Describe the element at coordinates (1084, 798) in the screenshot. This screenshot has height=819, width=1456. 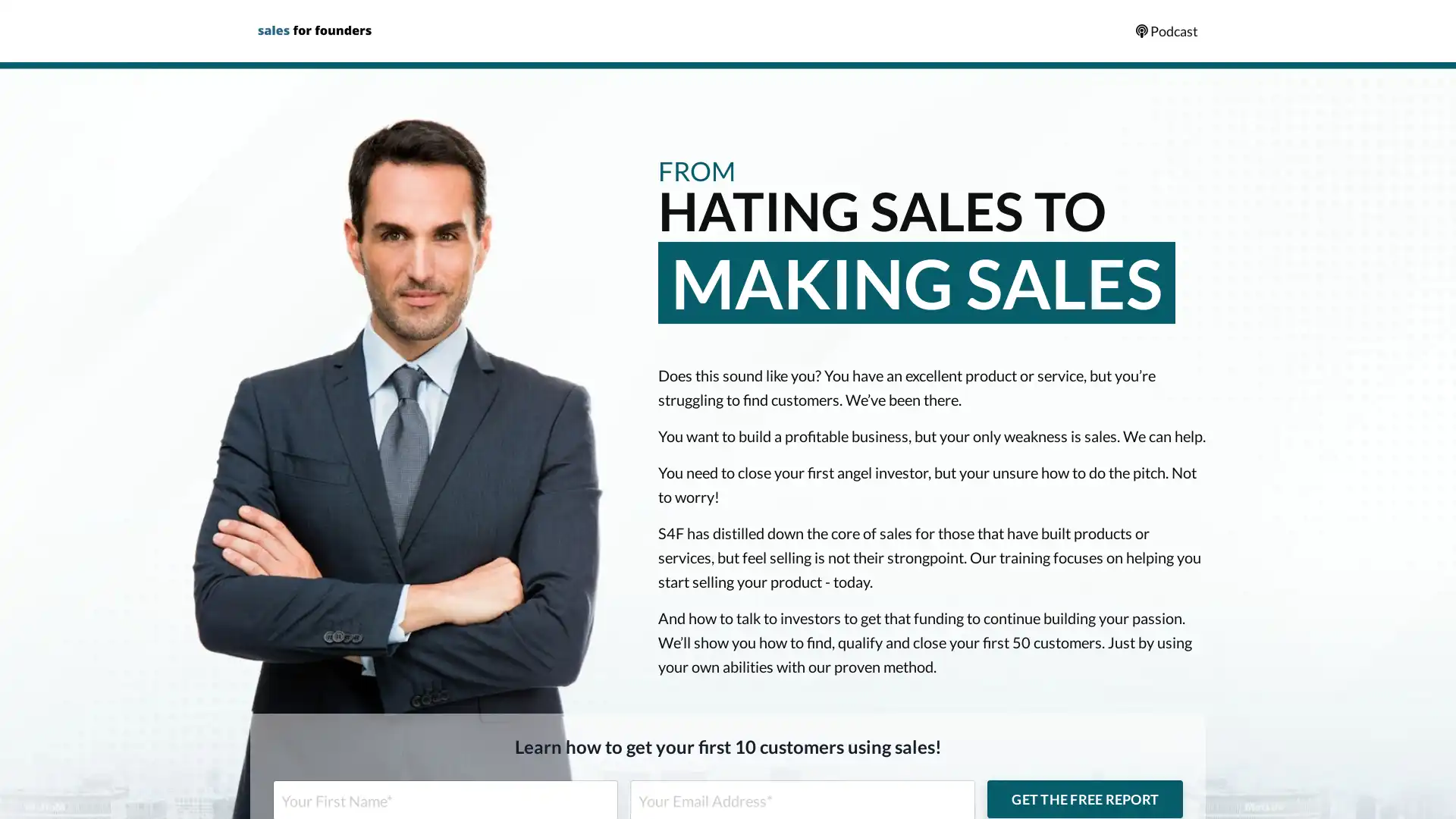
I see `GET THE FREE REPORT` at that location.